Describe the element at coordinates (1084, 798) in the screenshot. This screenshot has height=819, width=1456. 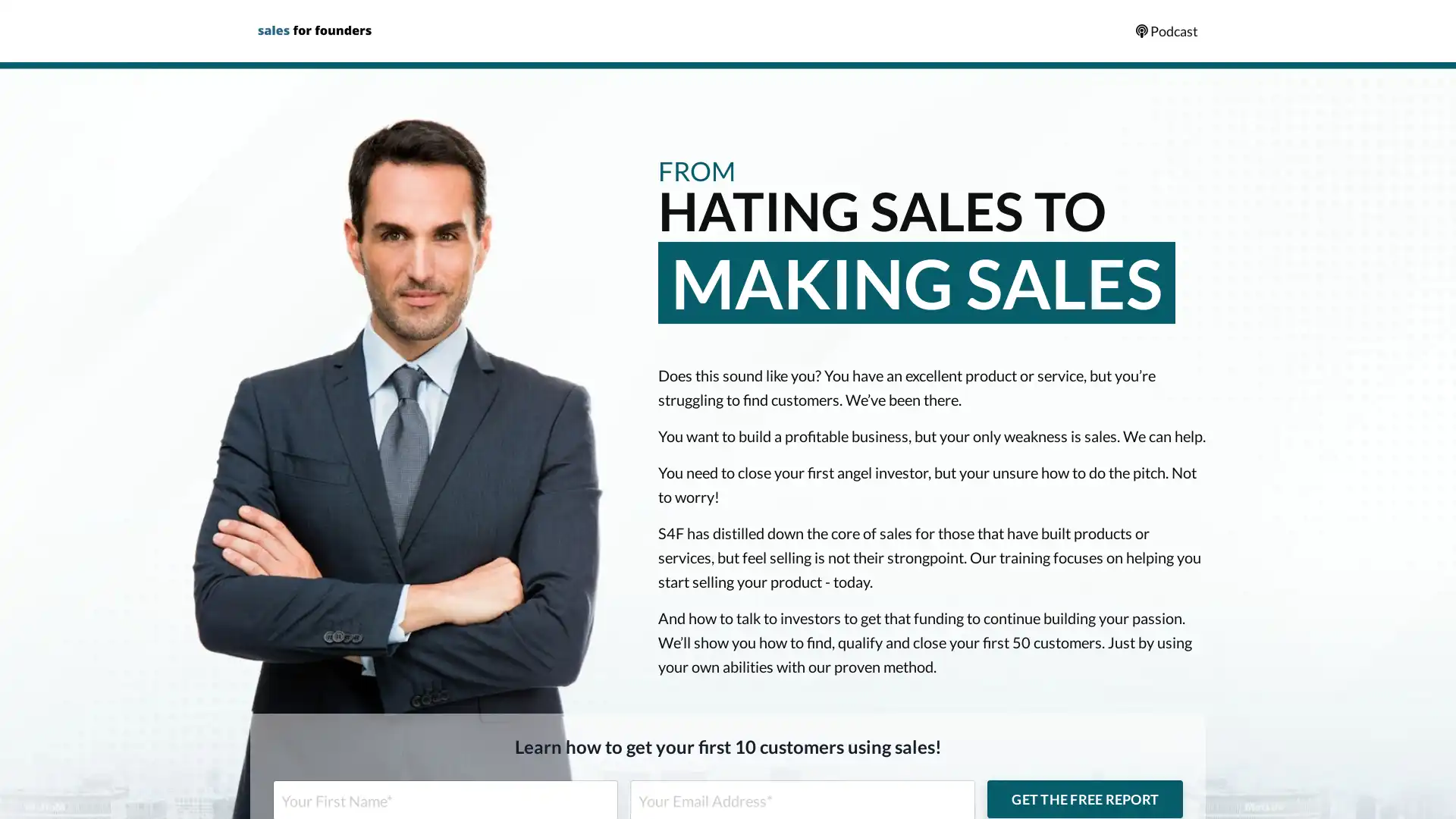
I see `GET THE FREE REPORT` at that location.